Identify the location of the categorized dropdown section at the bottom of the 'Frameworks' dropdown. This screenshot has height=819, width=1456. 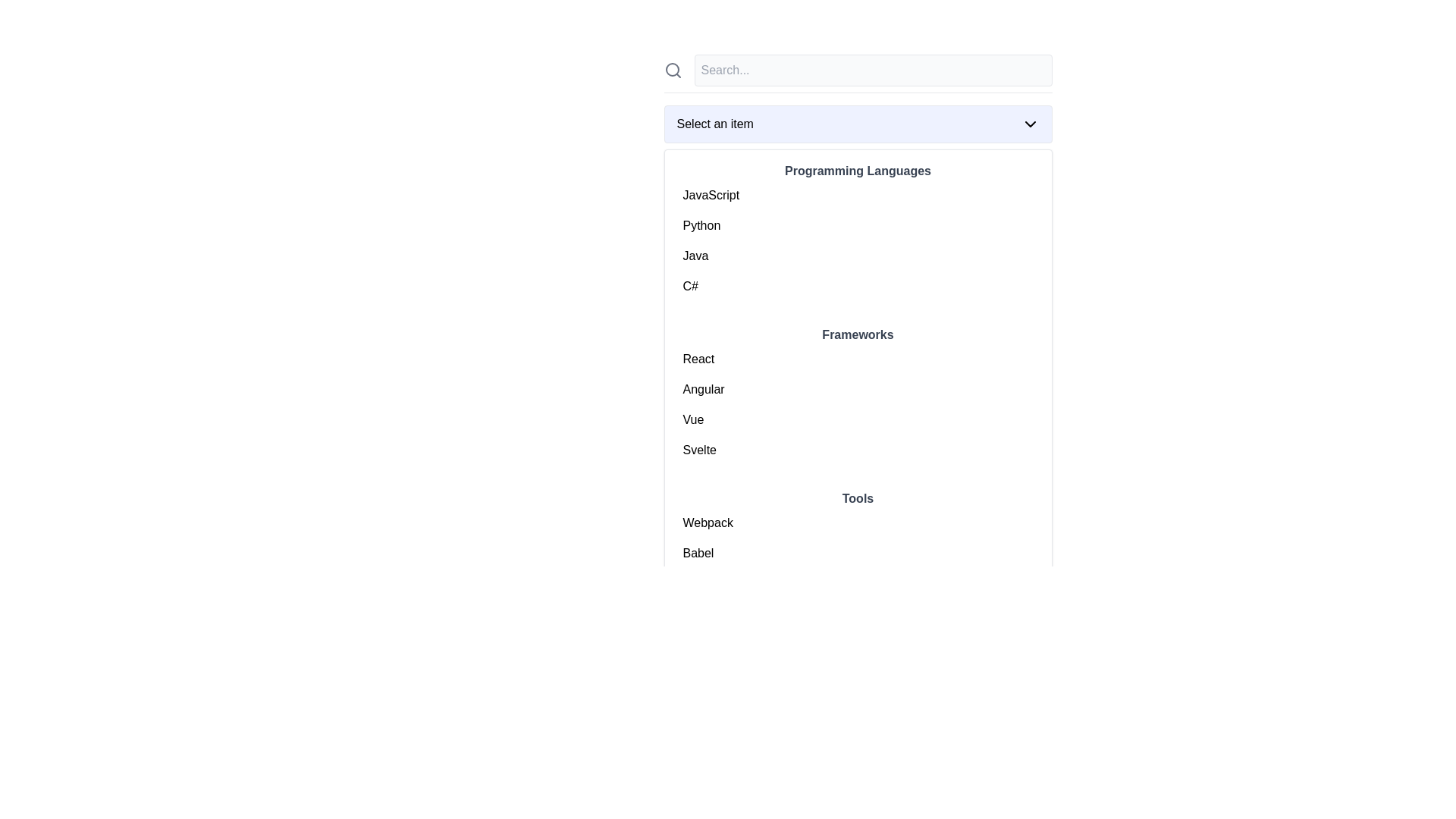
(858, 559).